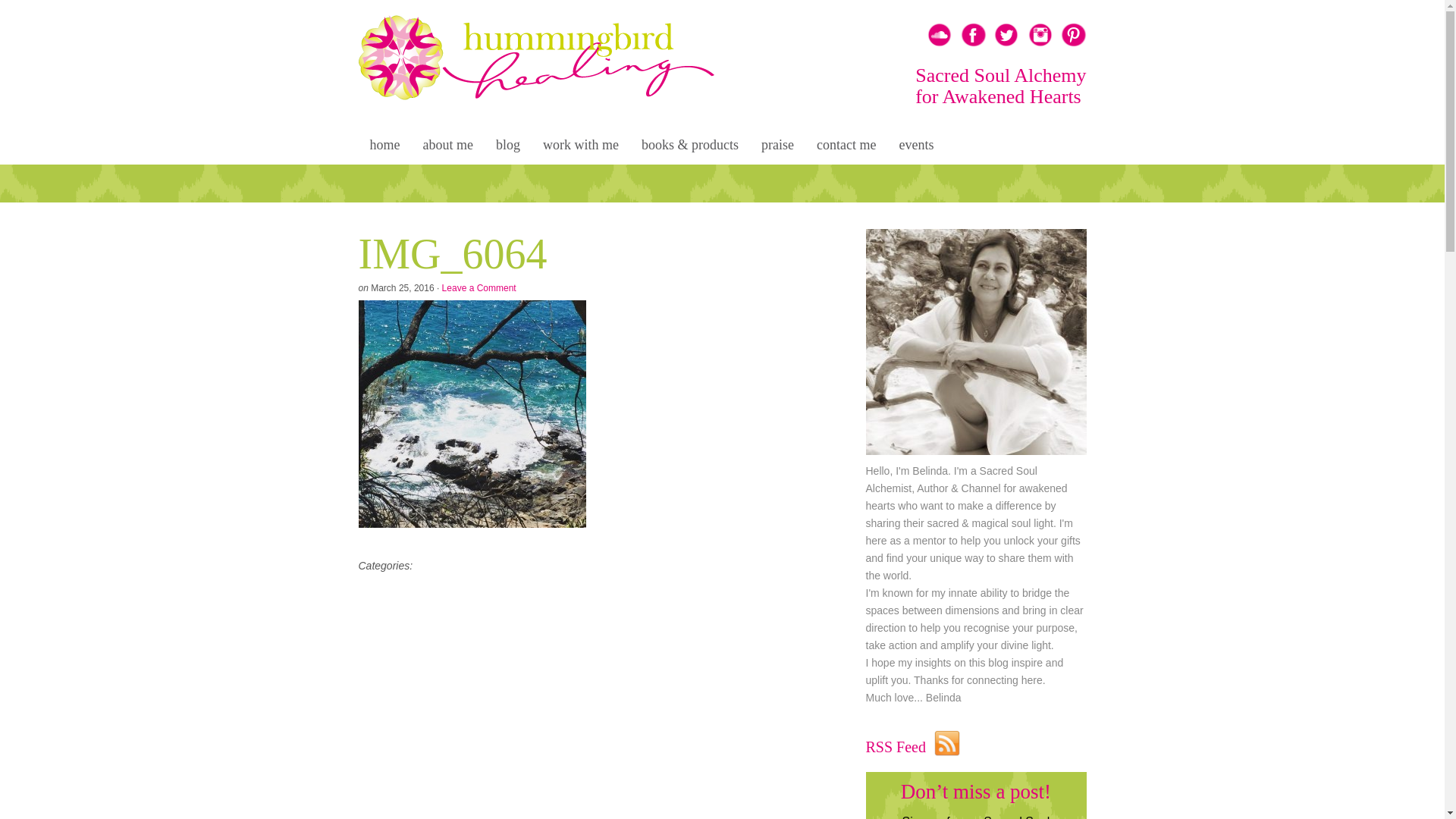 This screenshot has width=1456, height=819. Describe the element at coordinates (483, 146) in the screenshot. I see `'blog'` at that location.